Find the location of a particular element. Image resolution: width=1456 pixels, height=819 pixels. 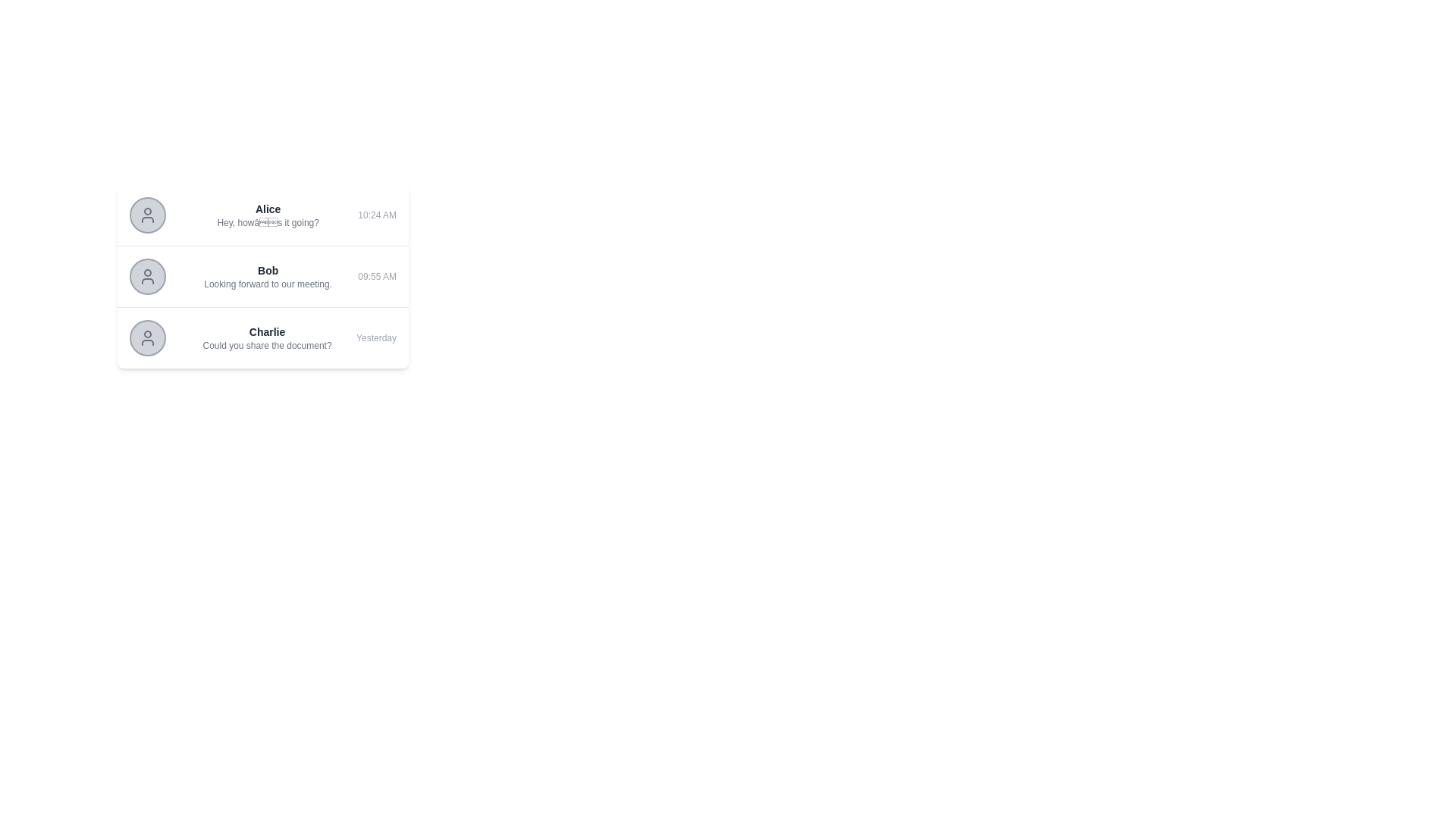

timestamp text located on the right side of the 'Bob' item in the chat message list, positioned after the message 'Looking forward to our meeting.' is located at coordinates (377, 277).